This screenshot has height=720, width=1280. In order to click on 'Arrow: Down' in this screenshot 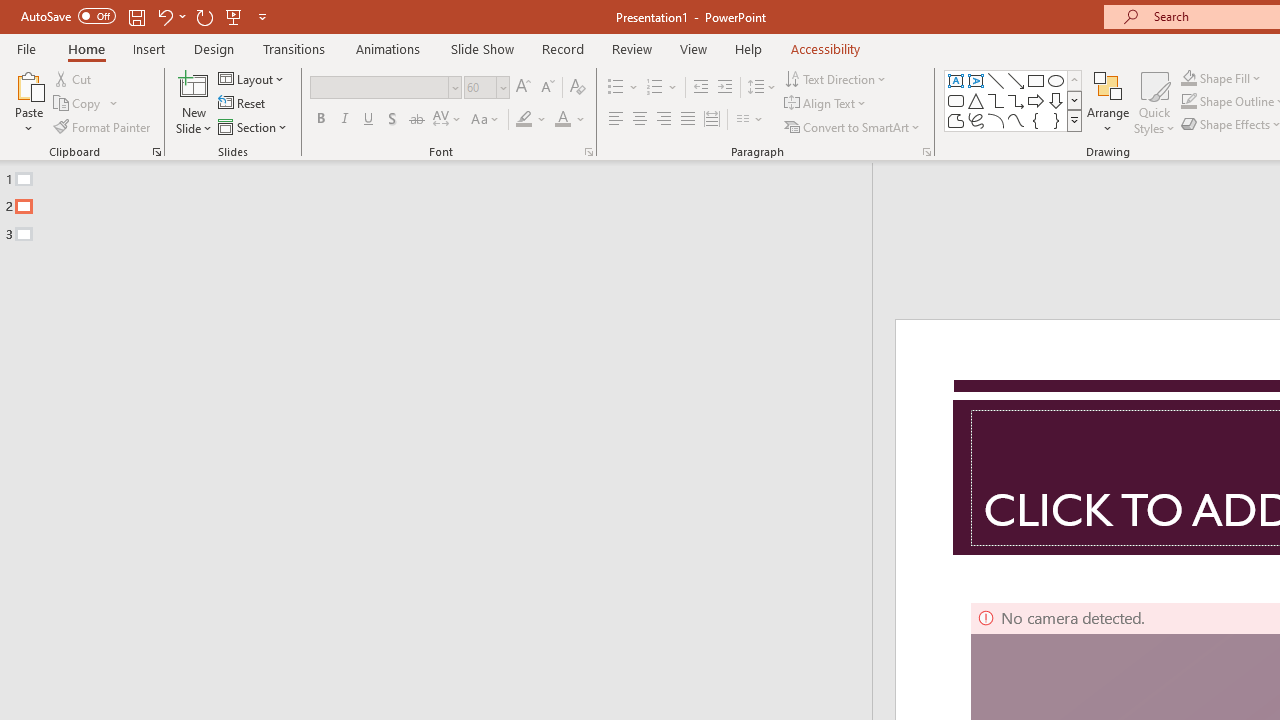, I will do `click(1055, 100)`.